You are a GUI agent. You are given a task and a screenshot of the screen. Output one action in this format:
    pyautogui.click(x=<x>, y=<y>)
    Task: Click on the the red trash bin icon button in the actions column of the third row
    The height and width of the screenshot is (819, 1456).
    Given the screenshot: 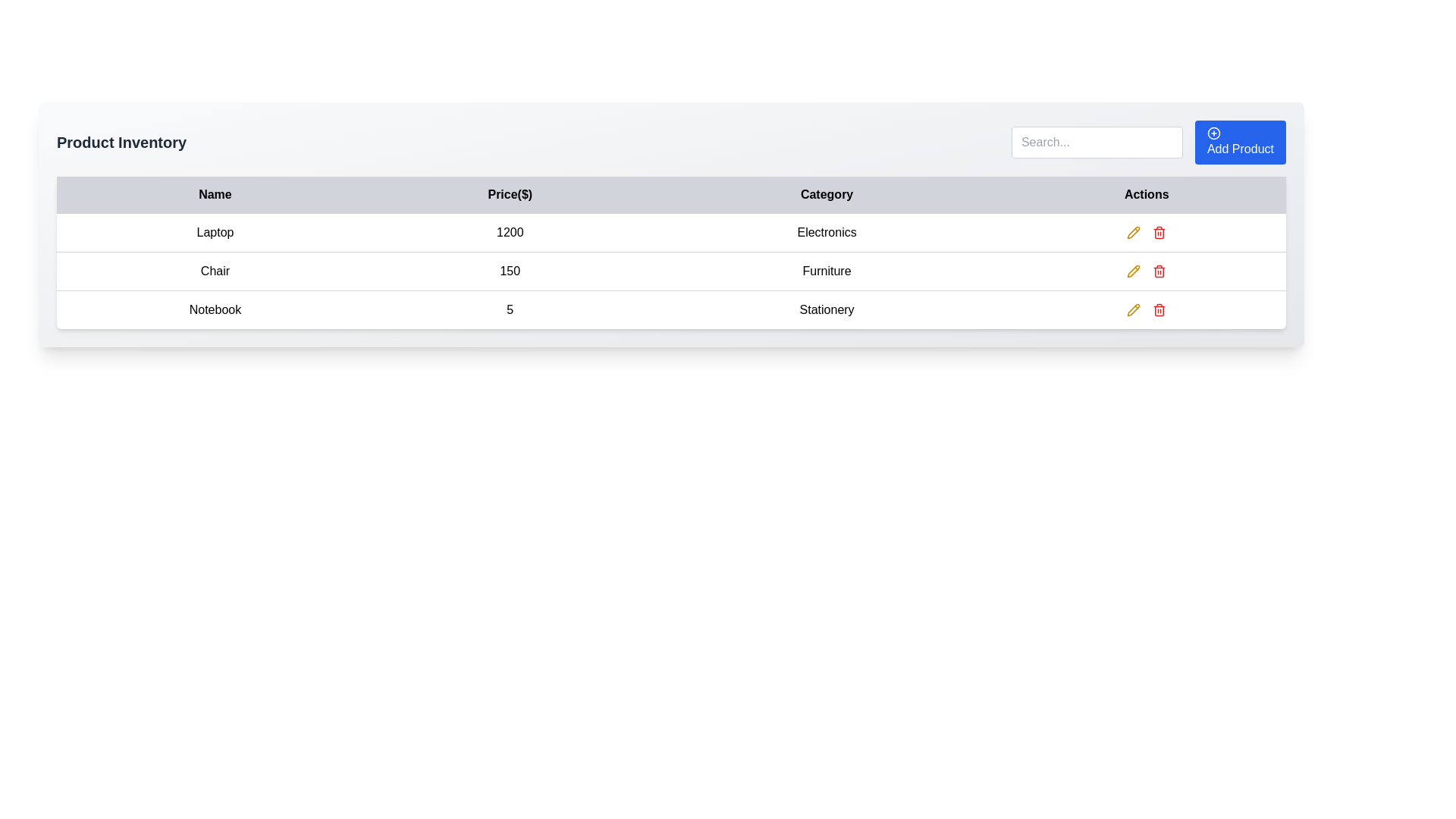 What is the action you would take?
    pyautogui.click(x=1159, y=271)
    